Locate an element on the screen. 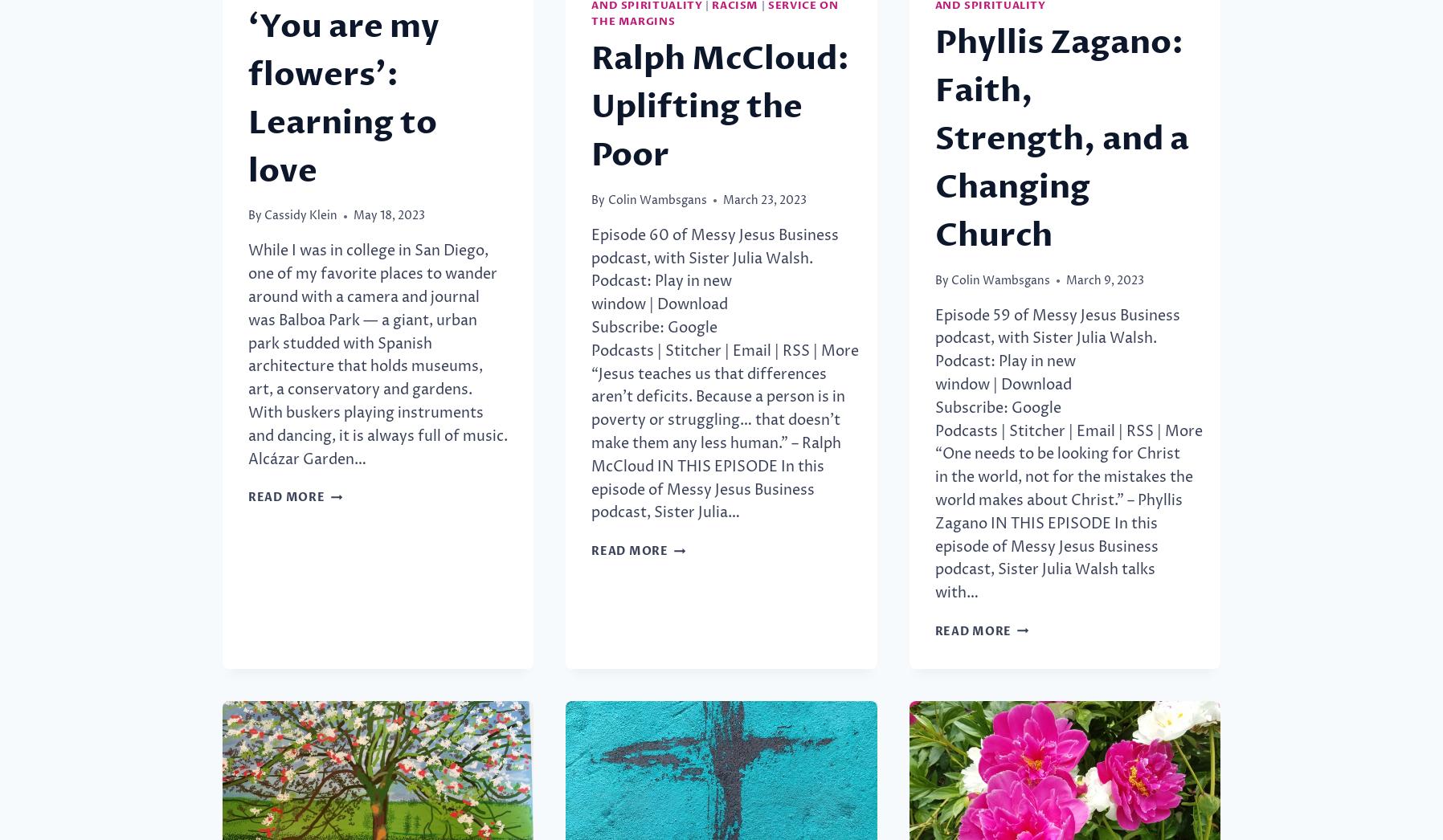 Image resolution: width=1443 pixels, height=840 pixels. 'Episode 59 of Messy Jesus Business podcast, with Sister Julia Walsh. Podcast: Play in new window | Download Subscribe: Google Podcasts | Stitcher | Email | RSS | More “One needs to be looking for Christ in the world, not for the mistakes the world makes about Christ.” – Phyllis Zagano IN THIS EPISODE In this episode of Messy Jesus Business podcast, Sister Julia Walsh talks with…' is located at coordinates (934, 453).